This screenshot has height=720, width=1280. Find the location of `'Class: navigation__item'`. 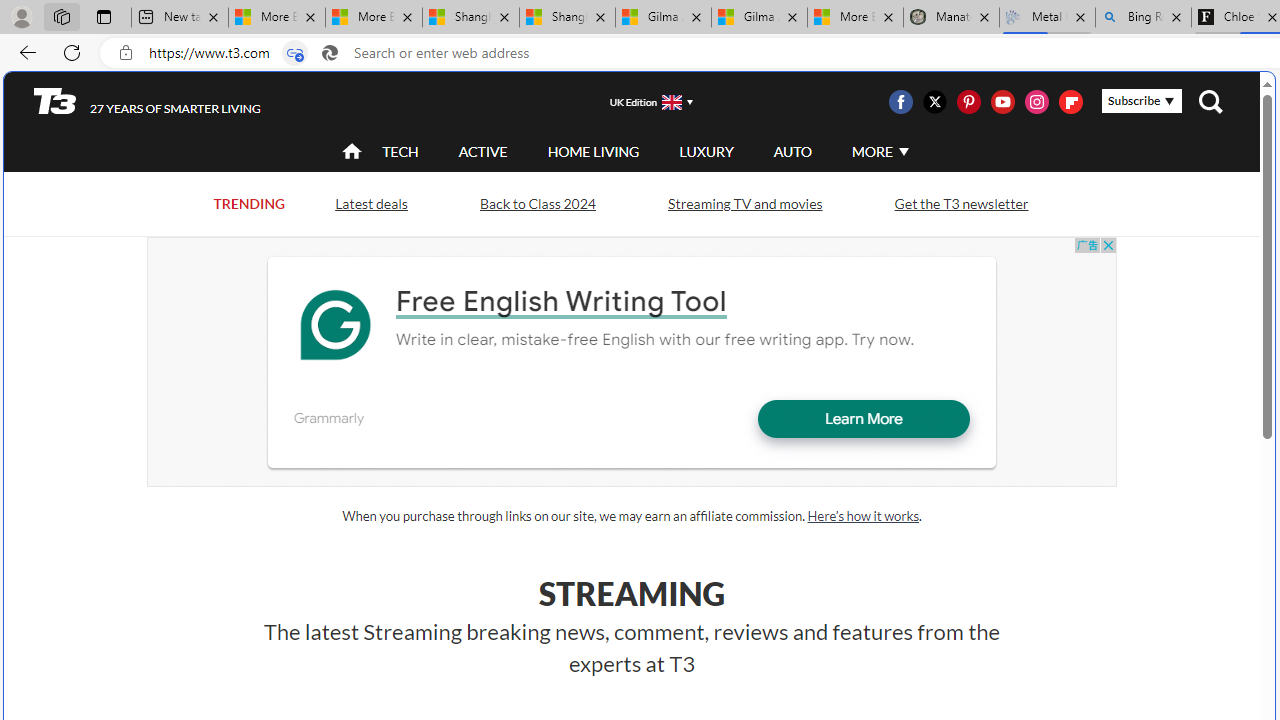

'Class: navigation__item' is located at coordinates (350, 150).